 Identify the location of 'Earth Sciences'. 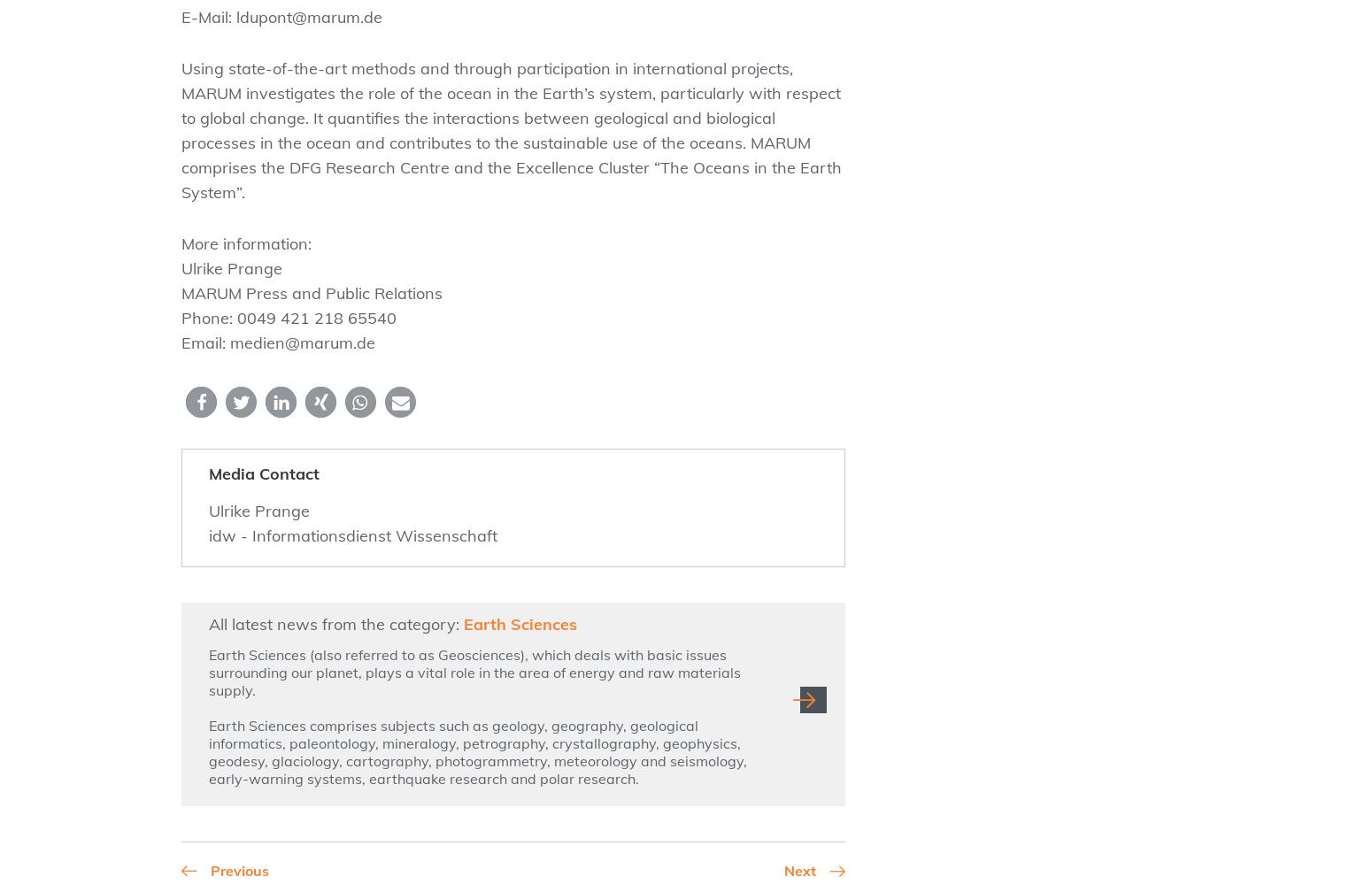
(520, 624).